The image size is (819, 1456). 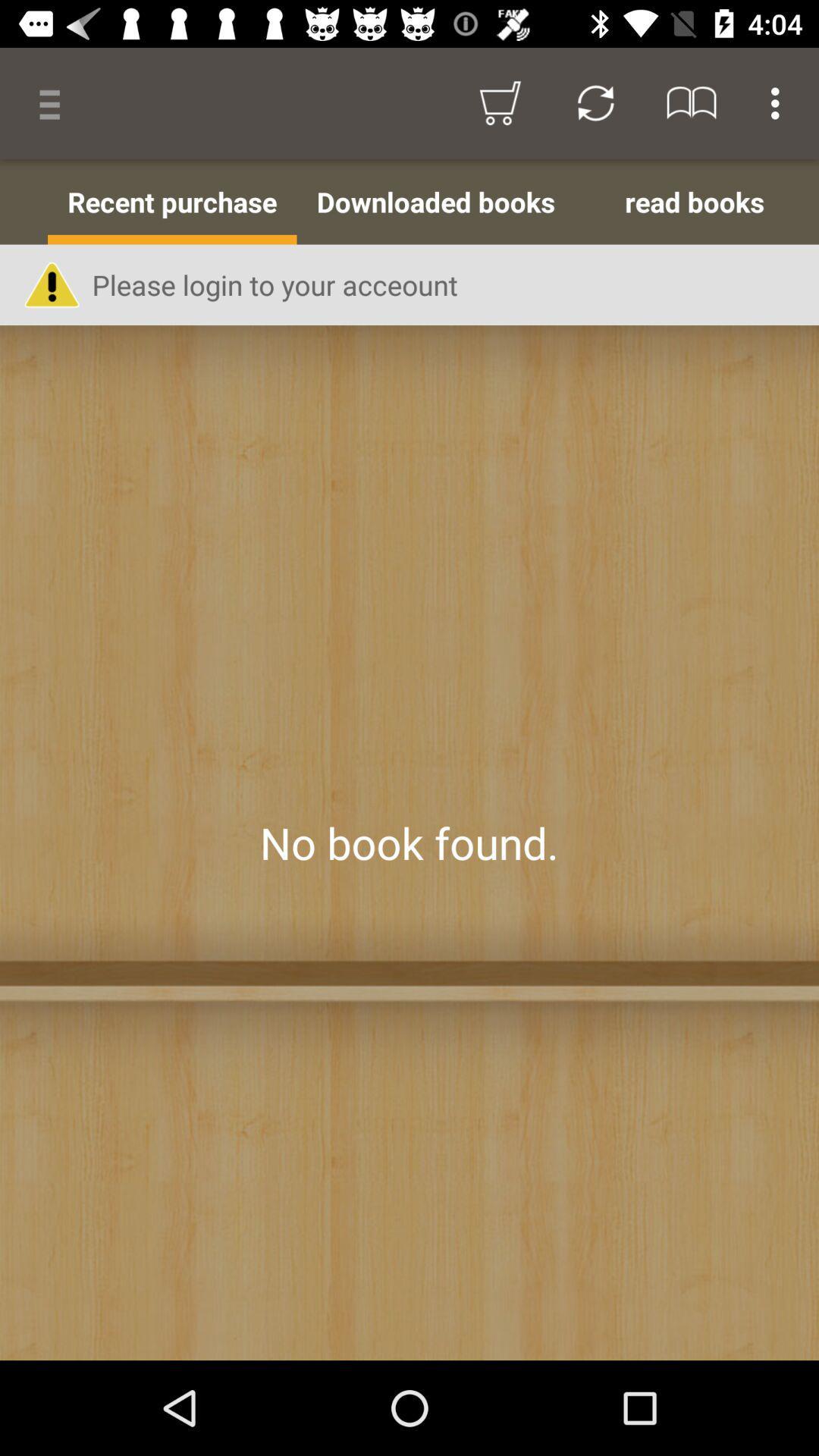 What do you see at coordinates (435, 201) in the screenshot?
I see `the icon above the please login to` at bounding box center [435, 201].